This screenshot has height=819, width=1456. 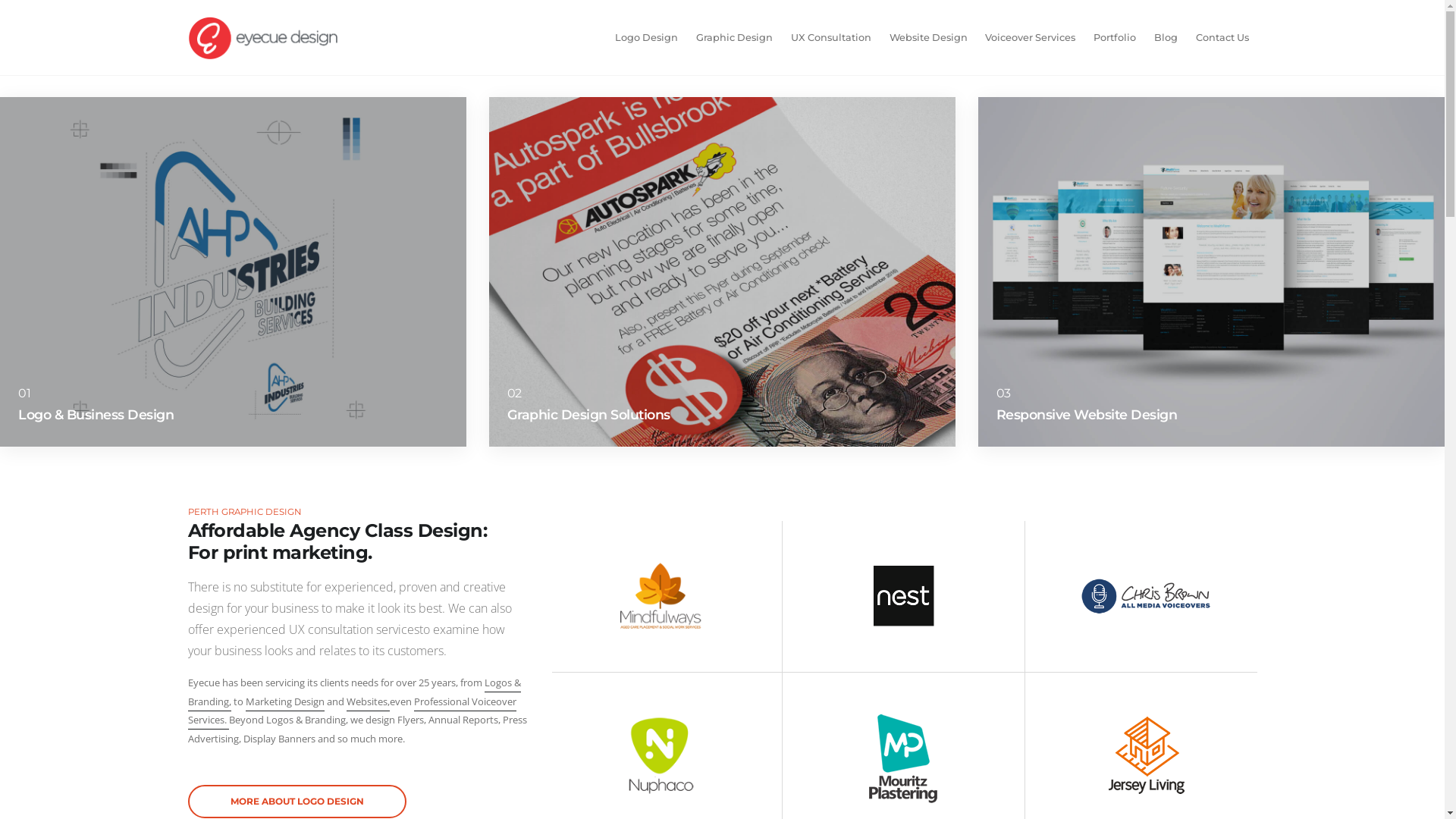 What do you see at coordinates (1222, 37) in the screenshot?
I see `'Contact Us'` at bounding box center [1222, 37].